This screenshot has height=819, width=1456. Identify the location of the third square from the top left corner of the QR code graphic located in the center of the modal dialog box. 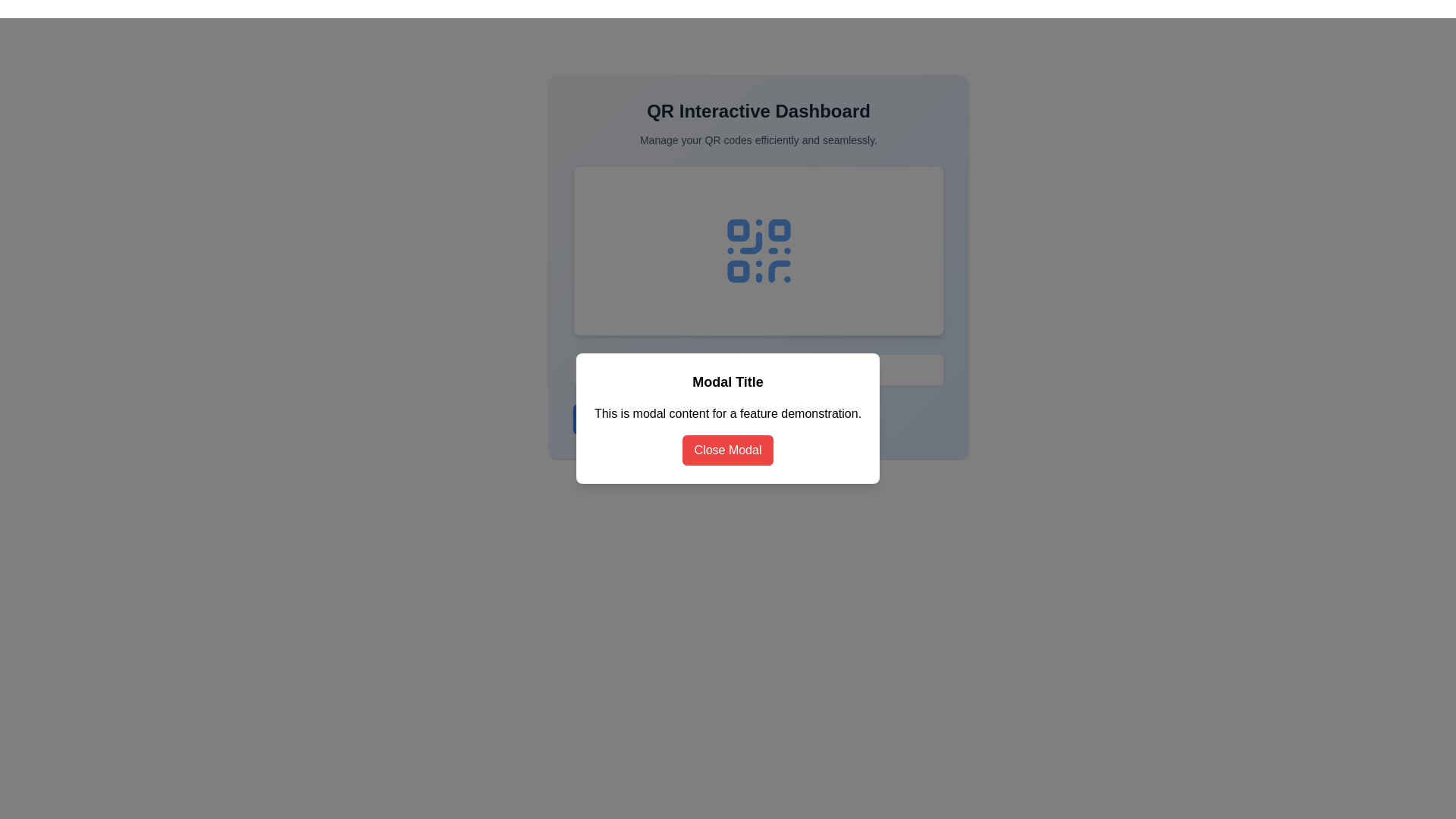
(738, 271).